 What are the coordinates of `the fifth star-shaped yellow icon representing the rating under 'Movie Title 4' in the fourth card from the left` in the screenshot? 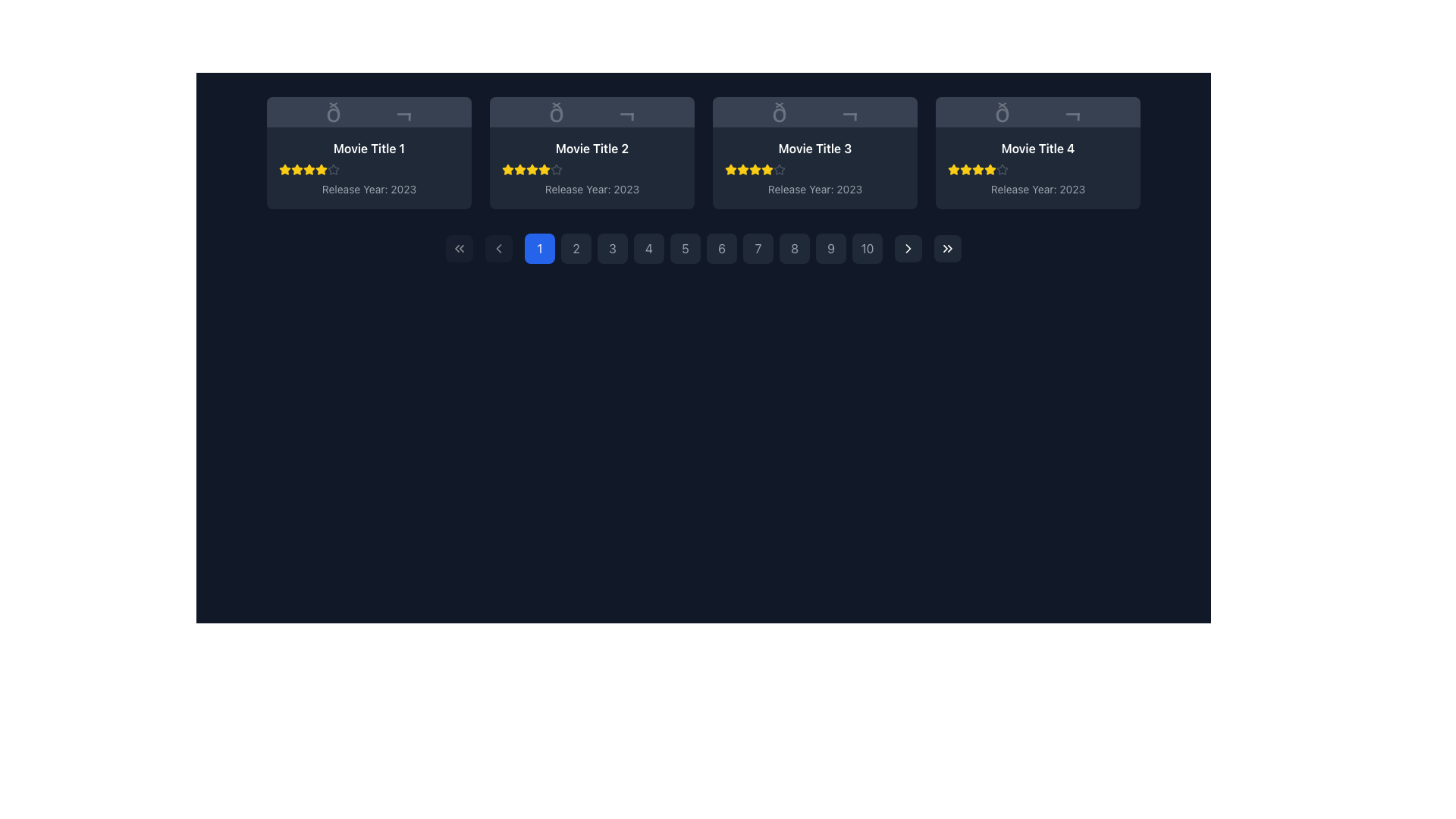 It's located at (990, 169).